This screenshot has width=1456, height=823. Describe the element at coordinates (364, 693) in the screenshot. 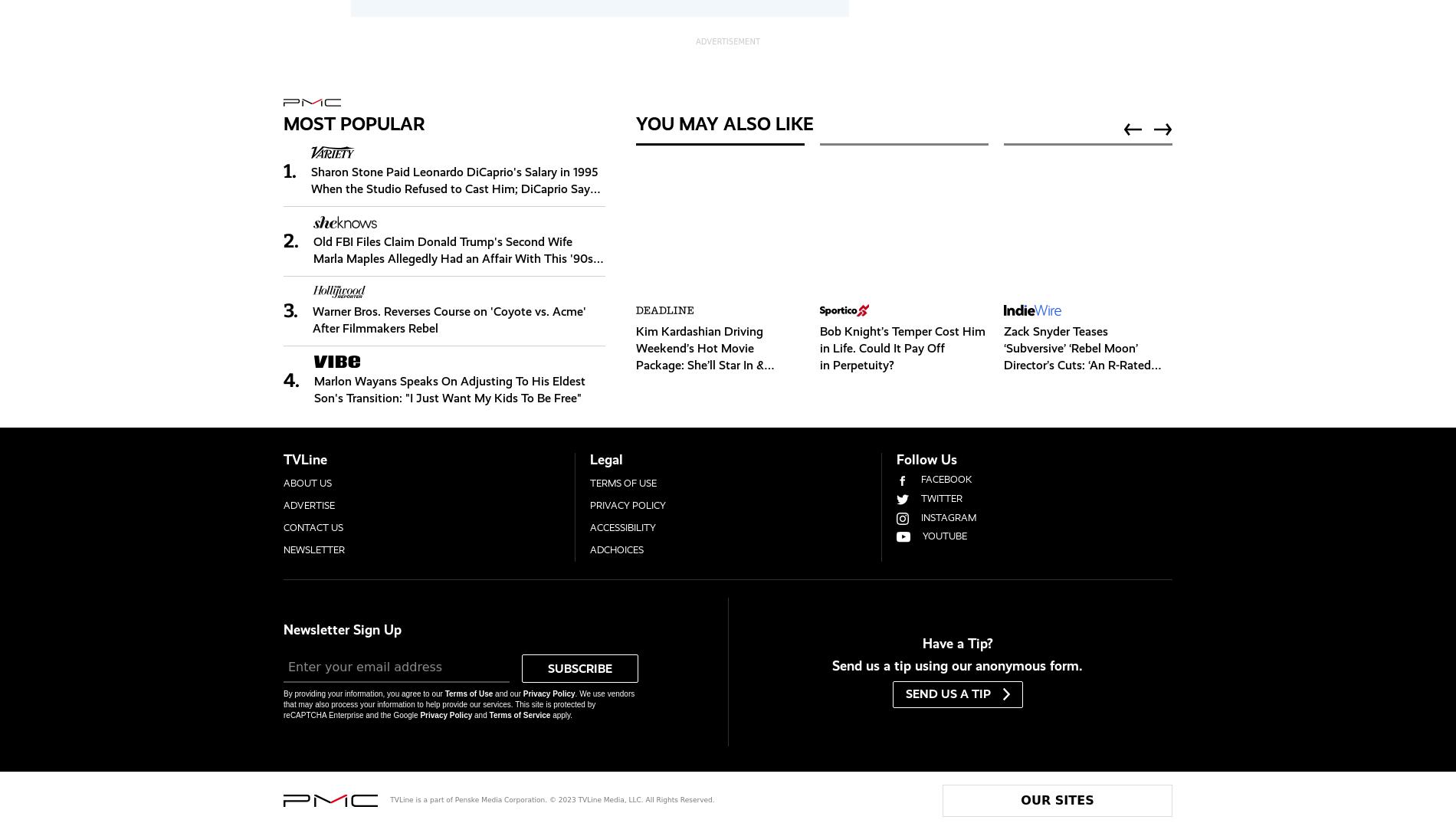

I see `'By providing your information, you agree to our'` at that location.